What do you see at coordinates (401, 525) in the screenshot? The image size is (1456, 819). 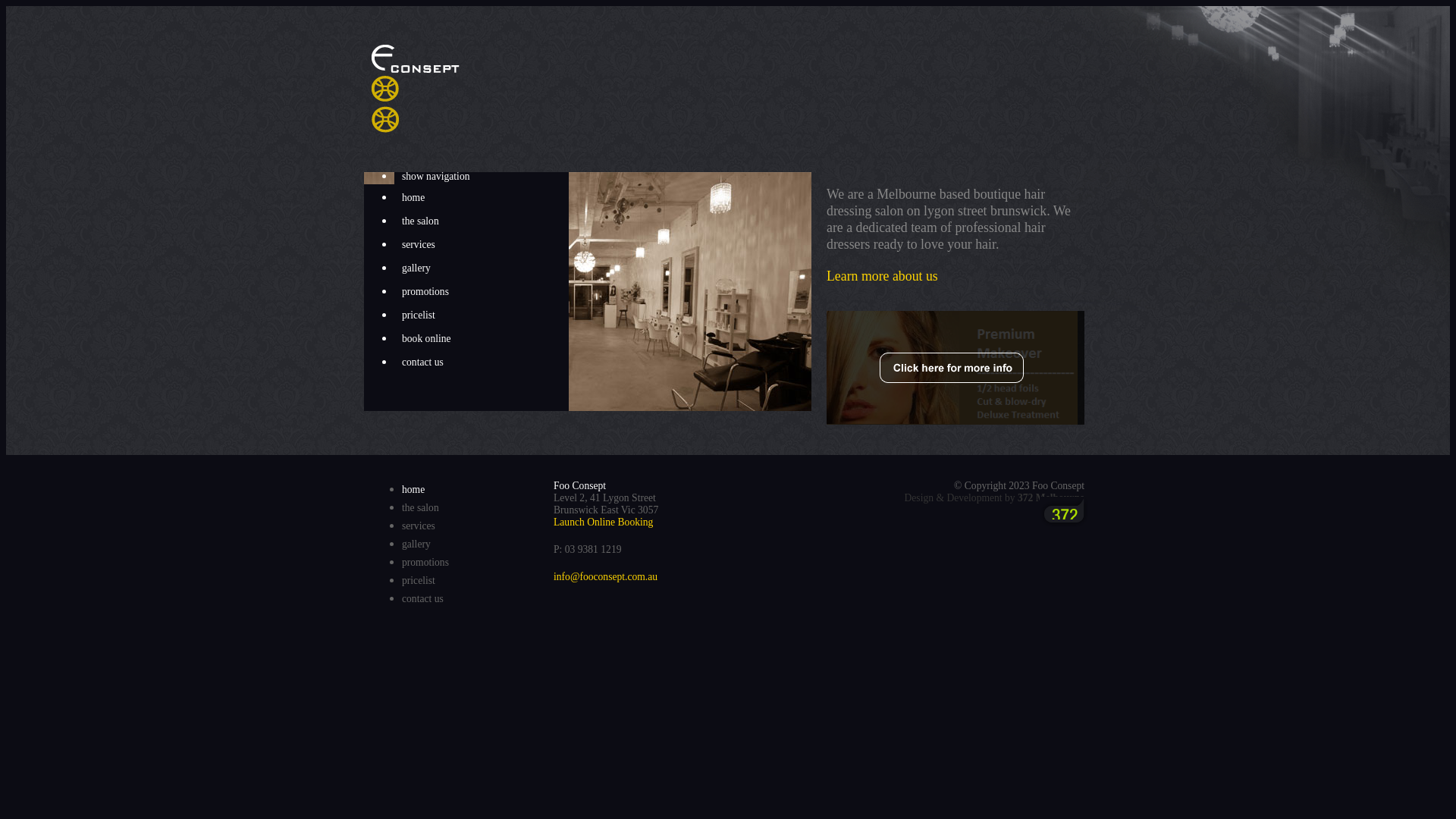 I see `'services'` at bounding box center [401, 525].